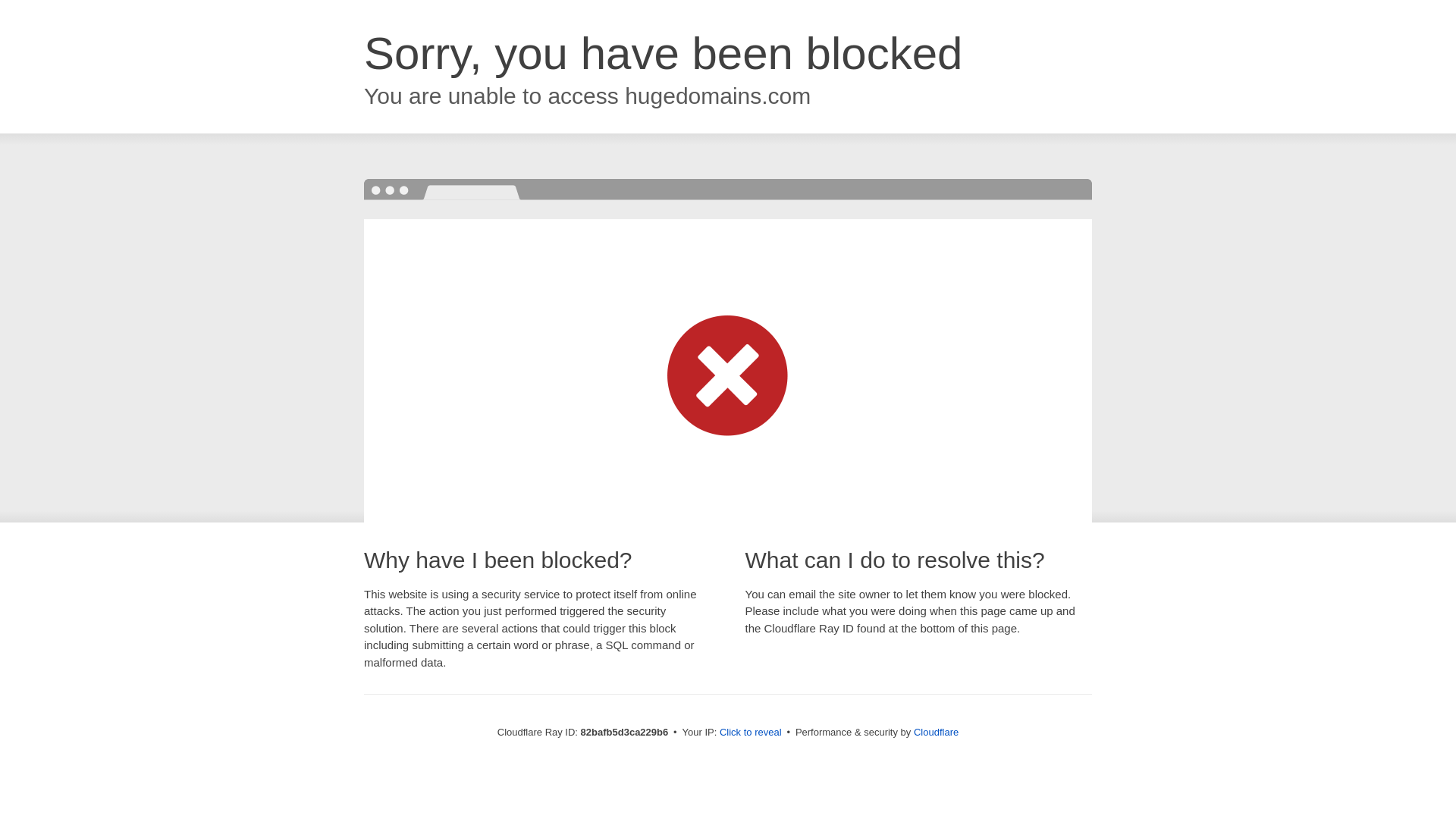  I want to click on 'Cloudflare', so click(935, 731).